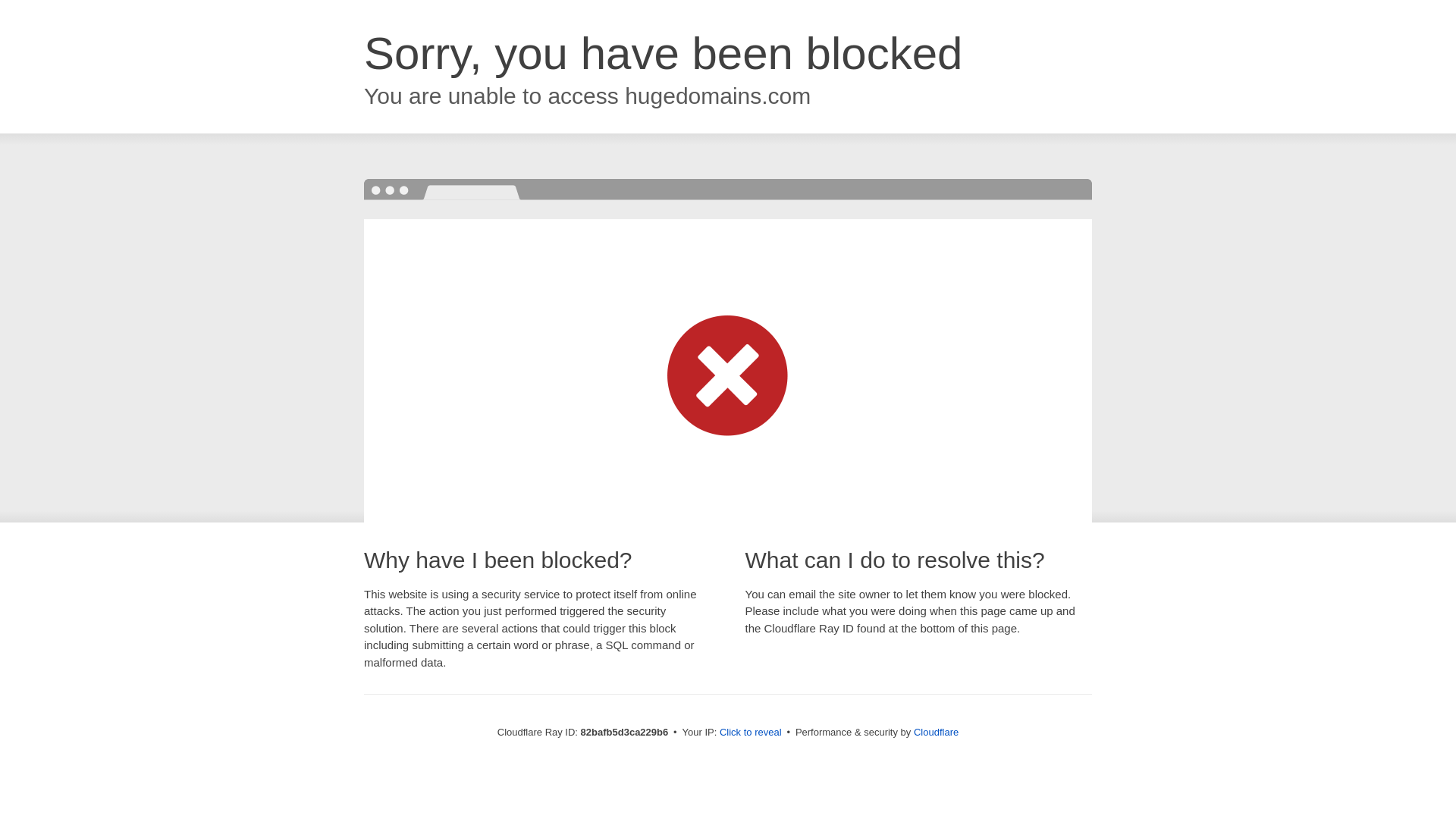  I want to click on 'Cloudflare', so click(935, 731).